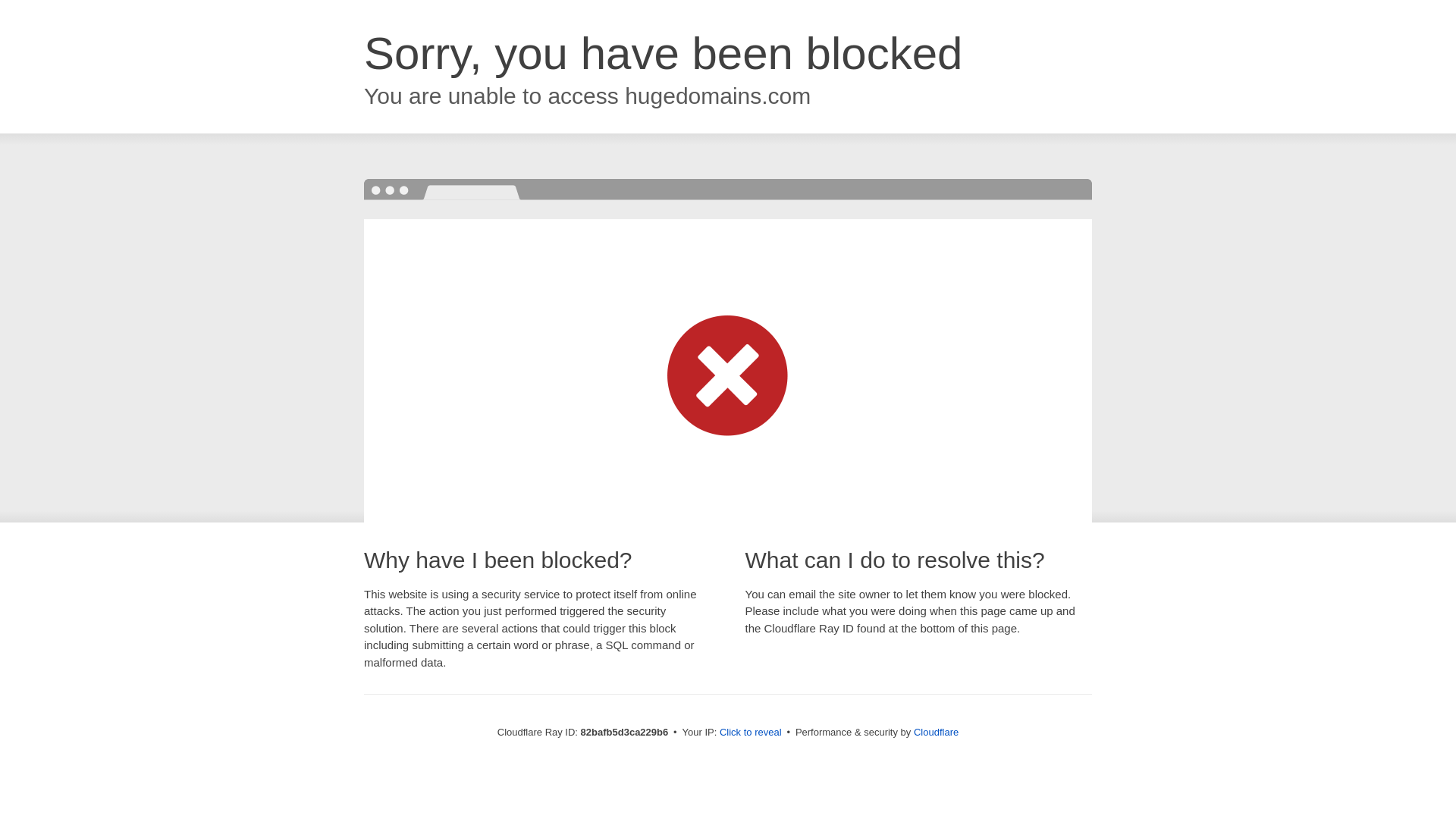  I want to click on 'Cloudflare', so click(935, 731).